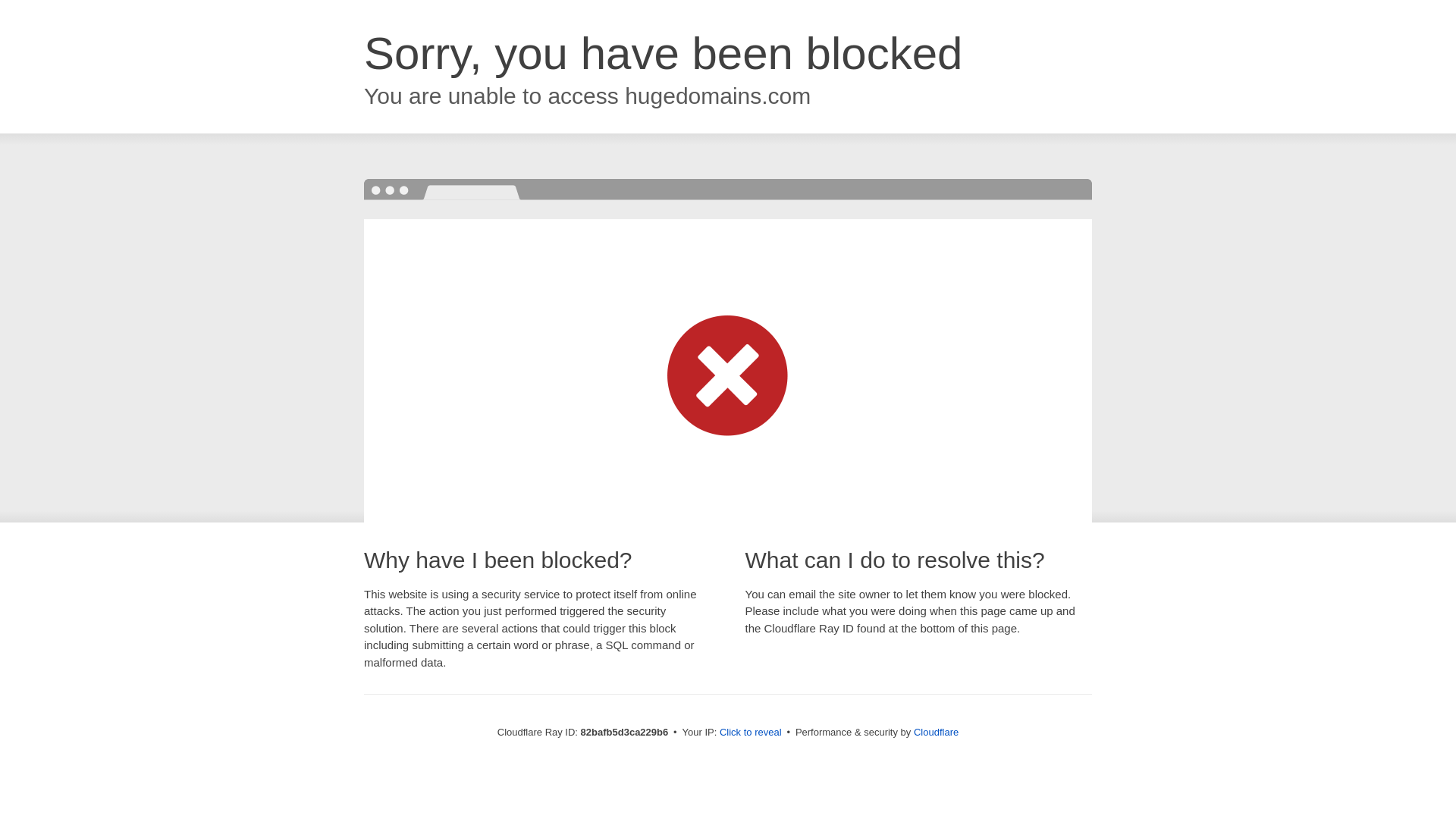  I want to click on 'Cloudflare', so click(935, 731).